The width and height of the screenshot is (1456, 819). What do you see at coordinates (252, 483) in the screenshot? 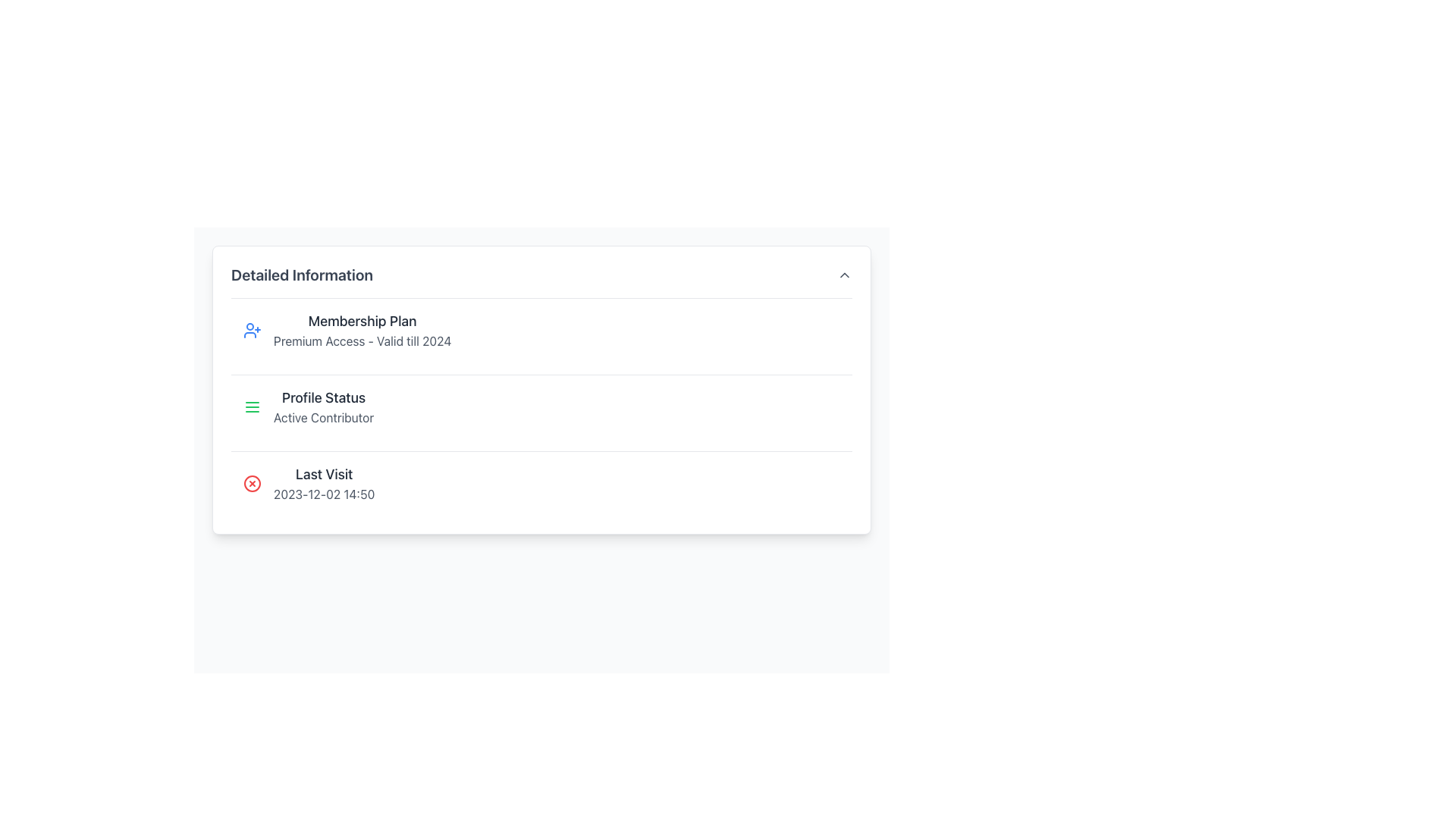
I see `the error icon located to the left of the last visit date and time ('2023-12-02 14:50') in the 'Last Visit' section of the interface` at bounding box center [252, 483].